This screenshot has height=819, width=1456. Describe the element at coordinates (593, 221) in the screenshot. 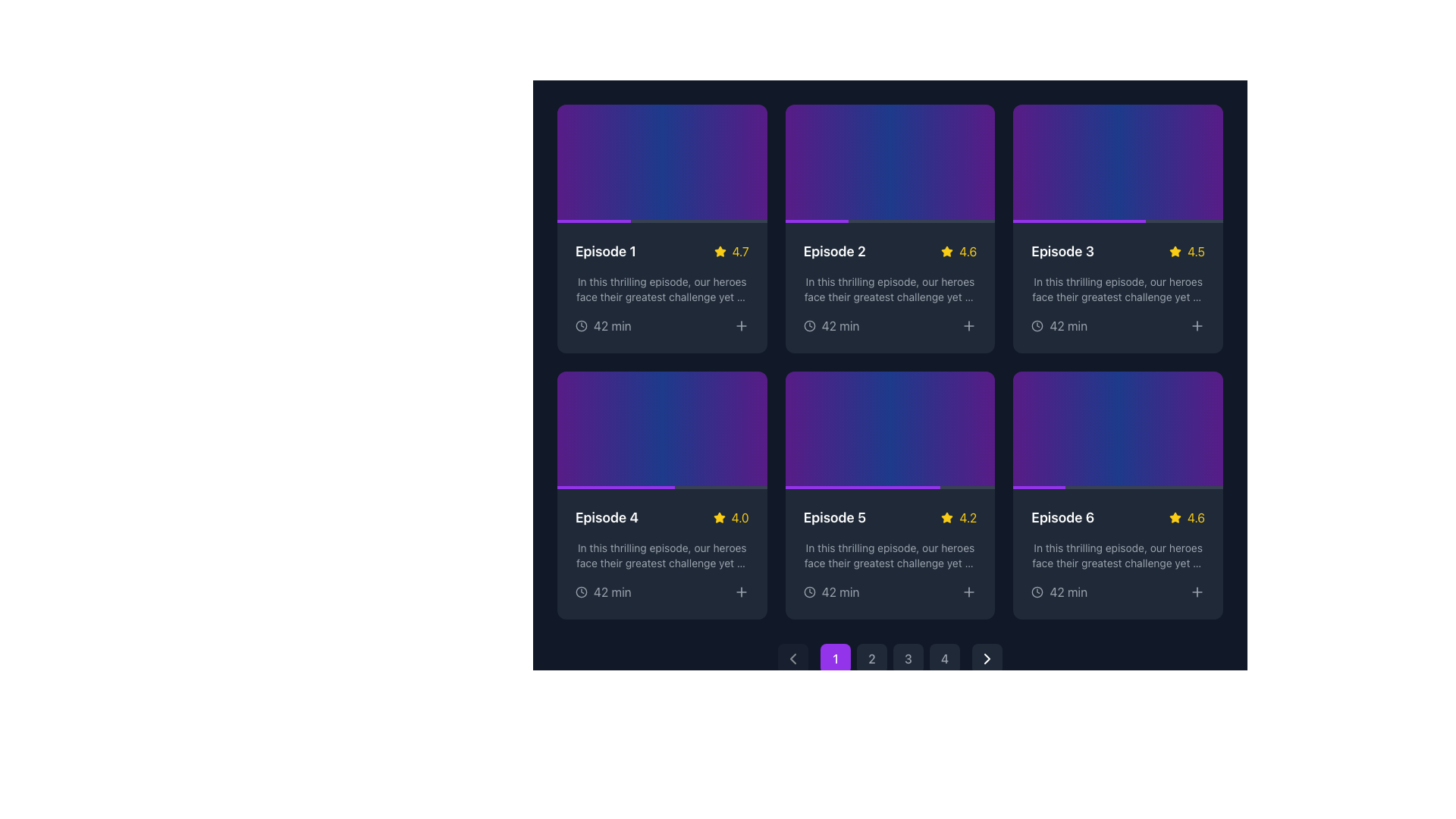

I see `style attributes of the progress bar segment located at the bottom of the first card in the grid layout using developer tools` at that location.